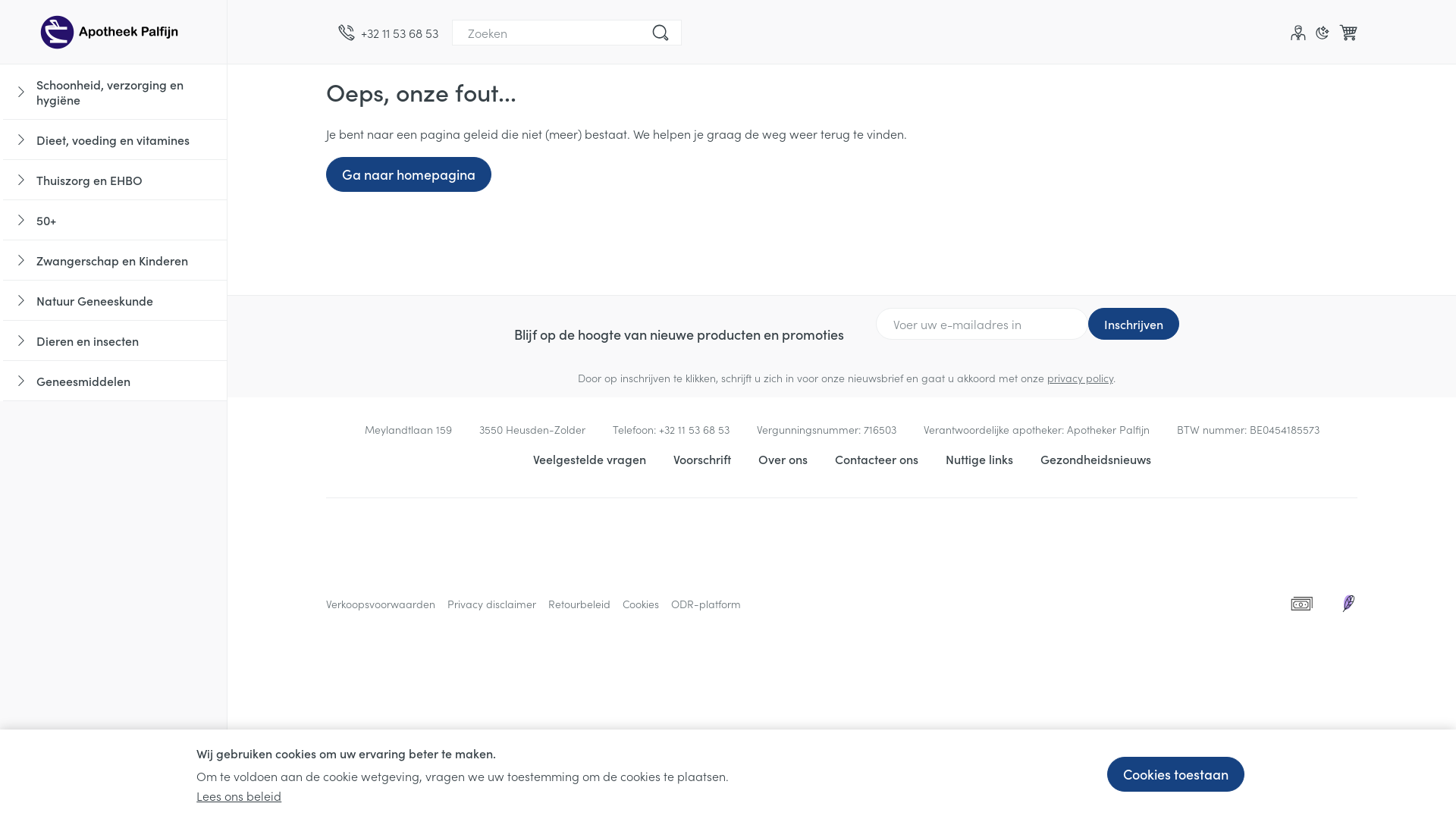  I want to click on 'Contacteer ons', so click(876, 458).